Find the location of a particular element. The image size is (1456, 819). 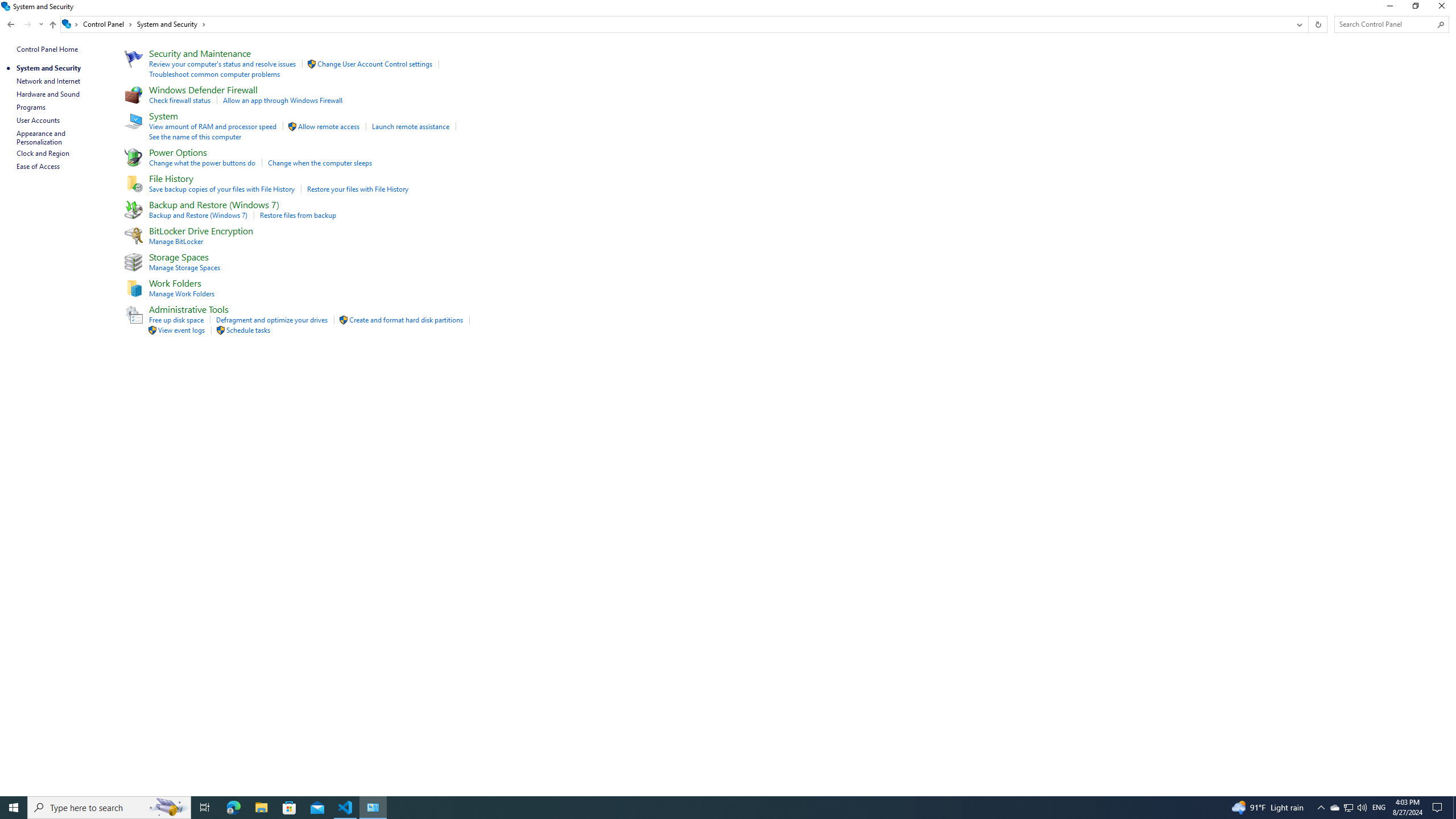

'Allow remote access' is located at coordinates (329, 126).